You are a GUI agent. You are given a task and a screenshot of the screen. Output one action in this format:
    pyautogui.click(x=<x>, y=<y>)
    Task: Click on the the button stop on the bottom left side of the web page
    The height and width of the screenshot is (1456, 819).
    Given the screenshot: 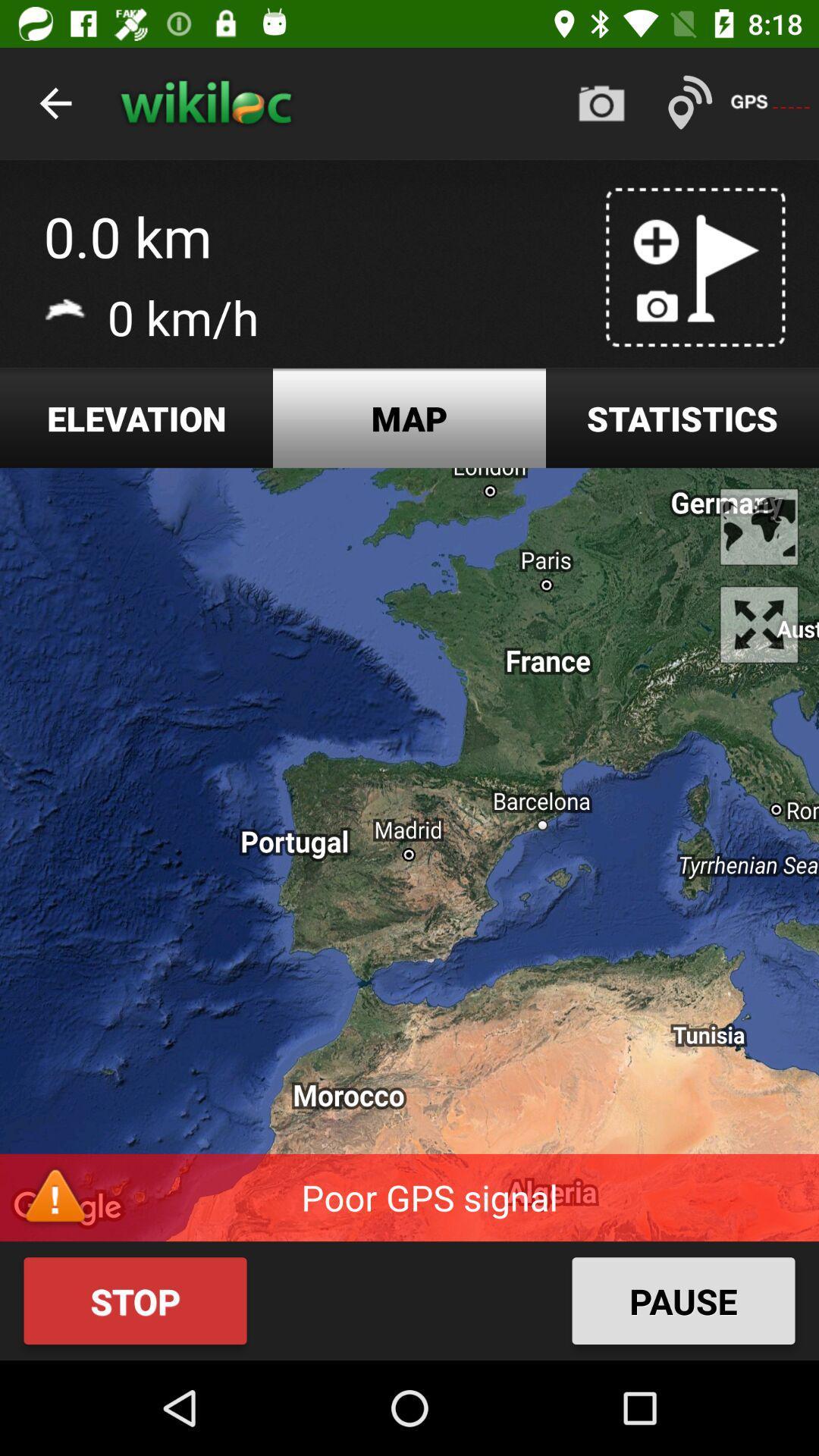 What is the action you would take?
    pyautogui.click(x=134, y=1300)
    